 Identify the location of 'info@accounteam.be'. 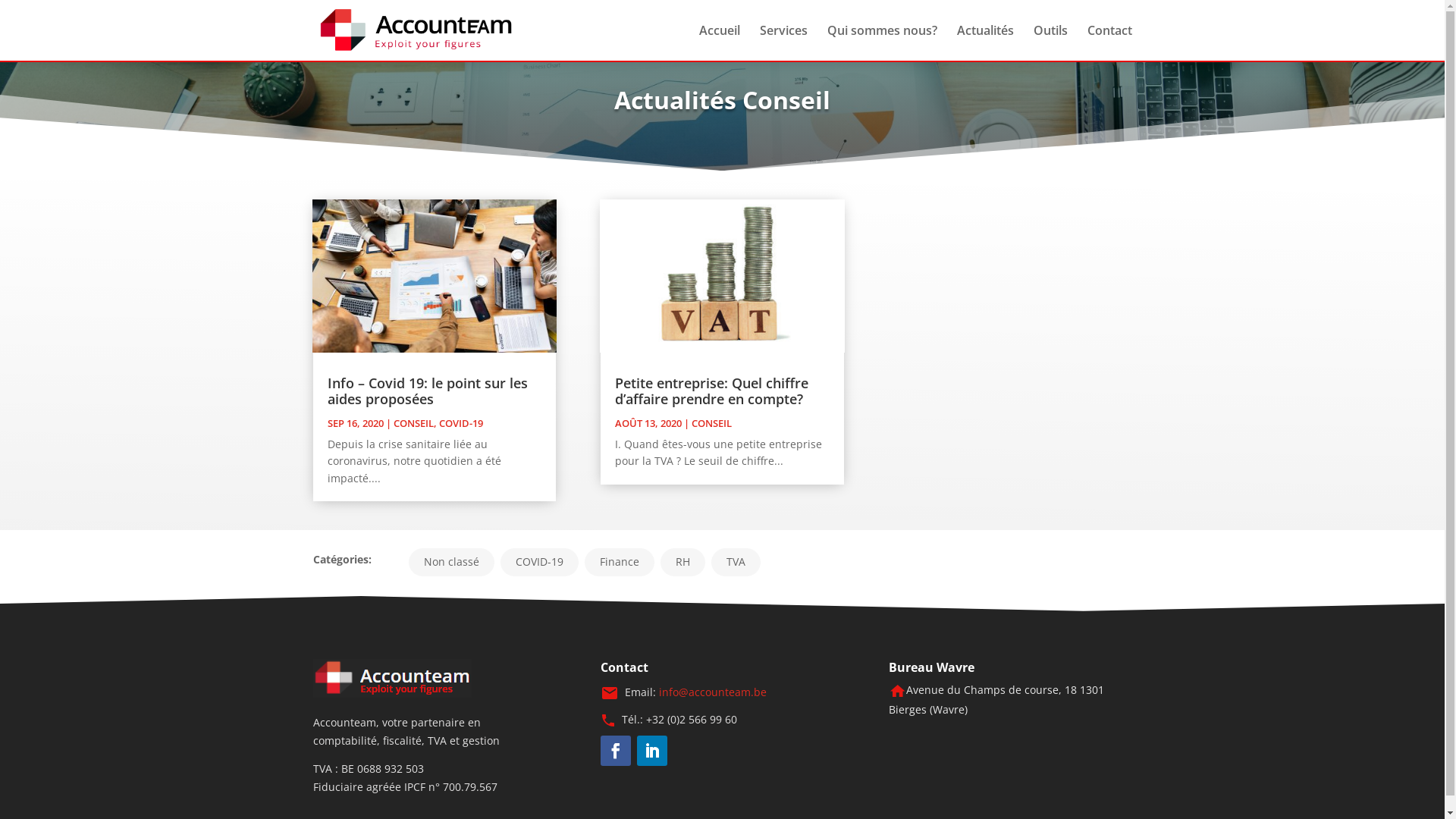
(712, 692).